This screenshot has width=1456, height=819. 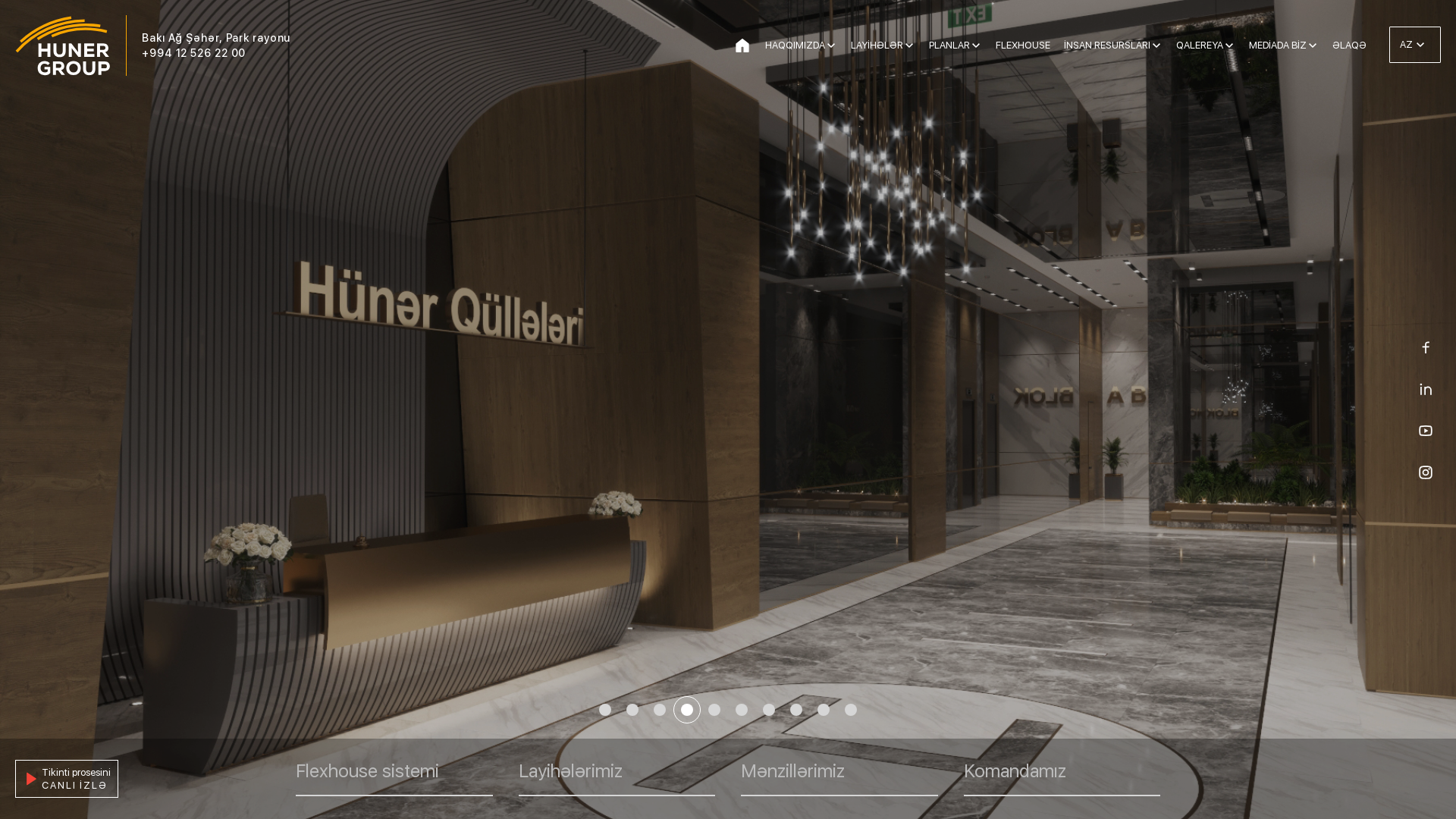 What do you see at coordinates (996, 45) in the screenshot?
I see `'FLEXHOUSE'` at bounding box center [996, 45].